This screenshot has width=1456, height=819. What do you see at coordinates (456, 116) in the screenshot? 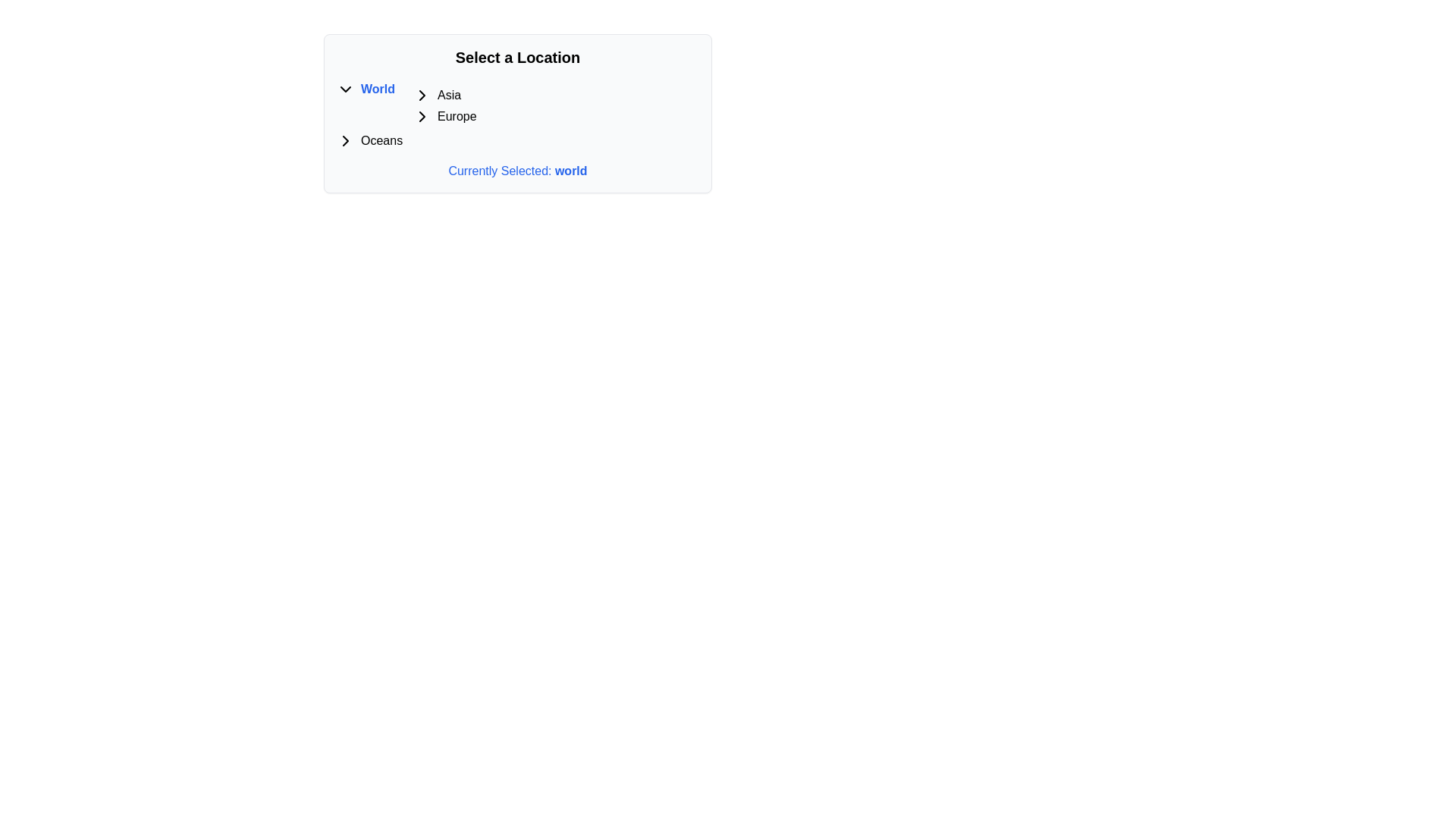
I see `the button` at bounding box center [456, 116].